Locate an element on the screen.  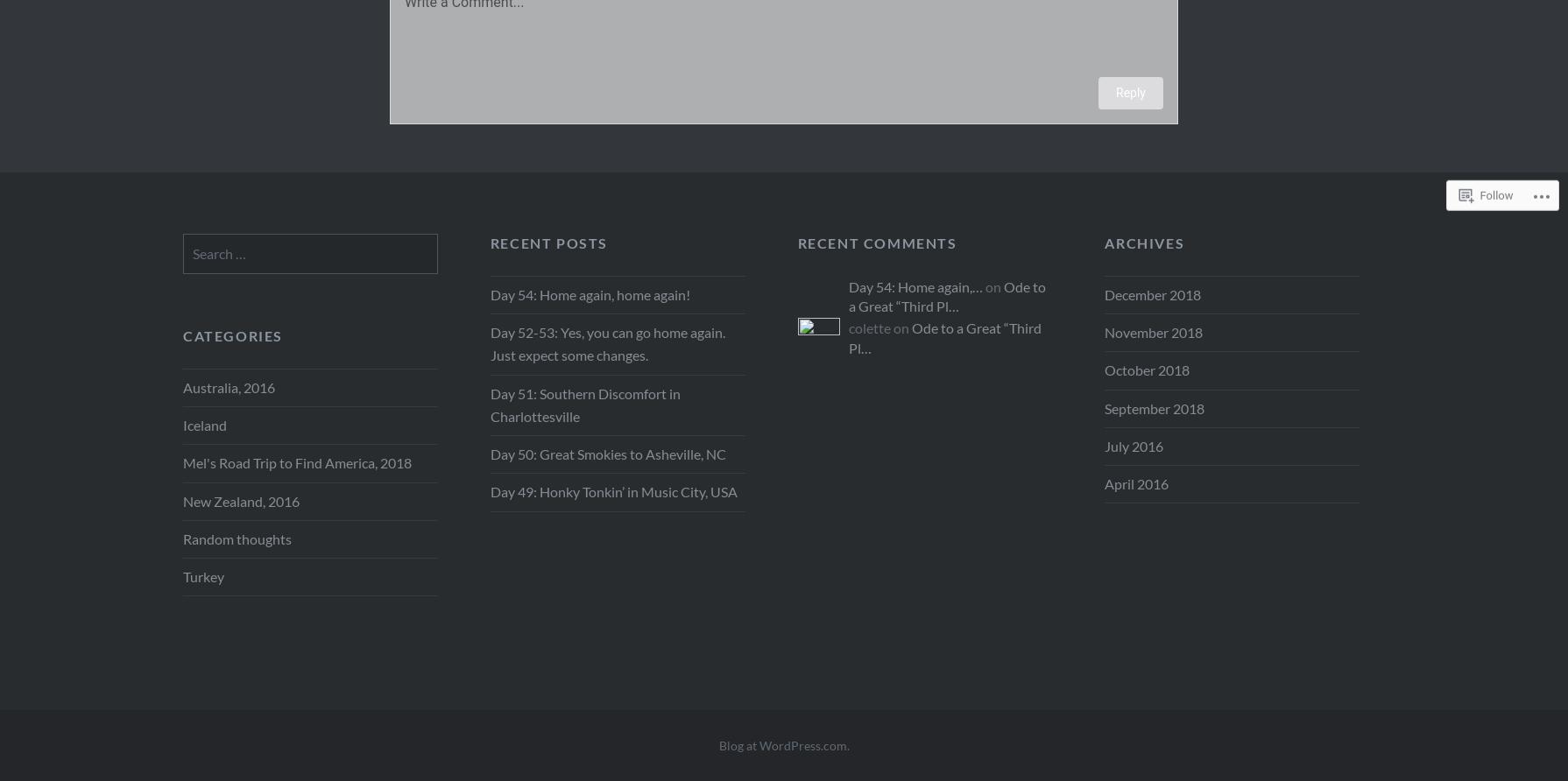
'New Zealand, 2016' is located at coordinates (241, 499).